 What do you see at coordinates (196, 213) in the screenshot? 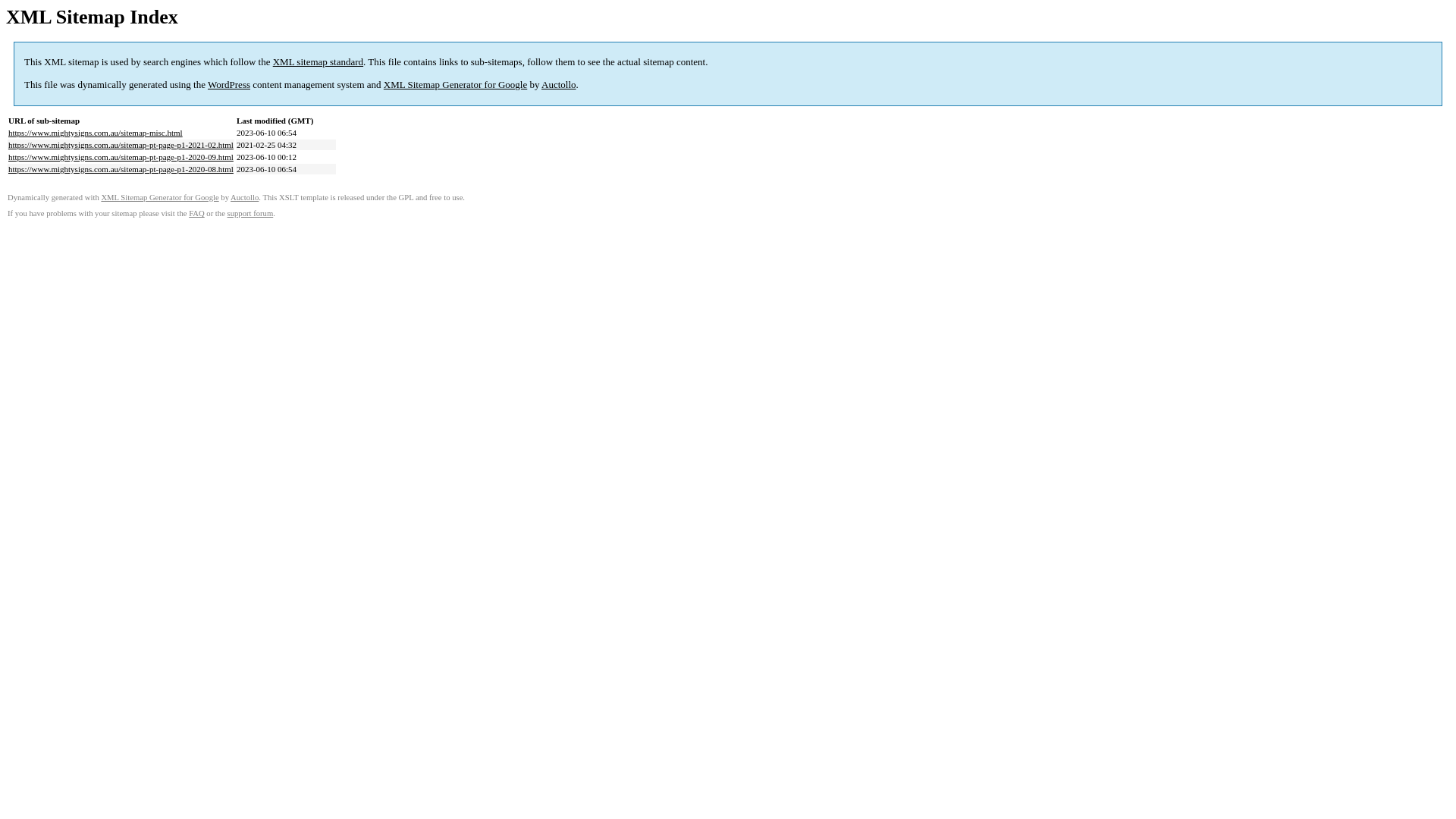
I see `'FAQ'` at bounding box center [196, 213].